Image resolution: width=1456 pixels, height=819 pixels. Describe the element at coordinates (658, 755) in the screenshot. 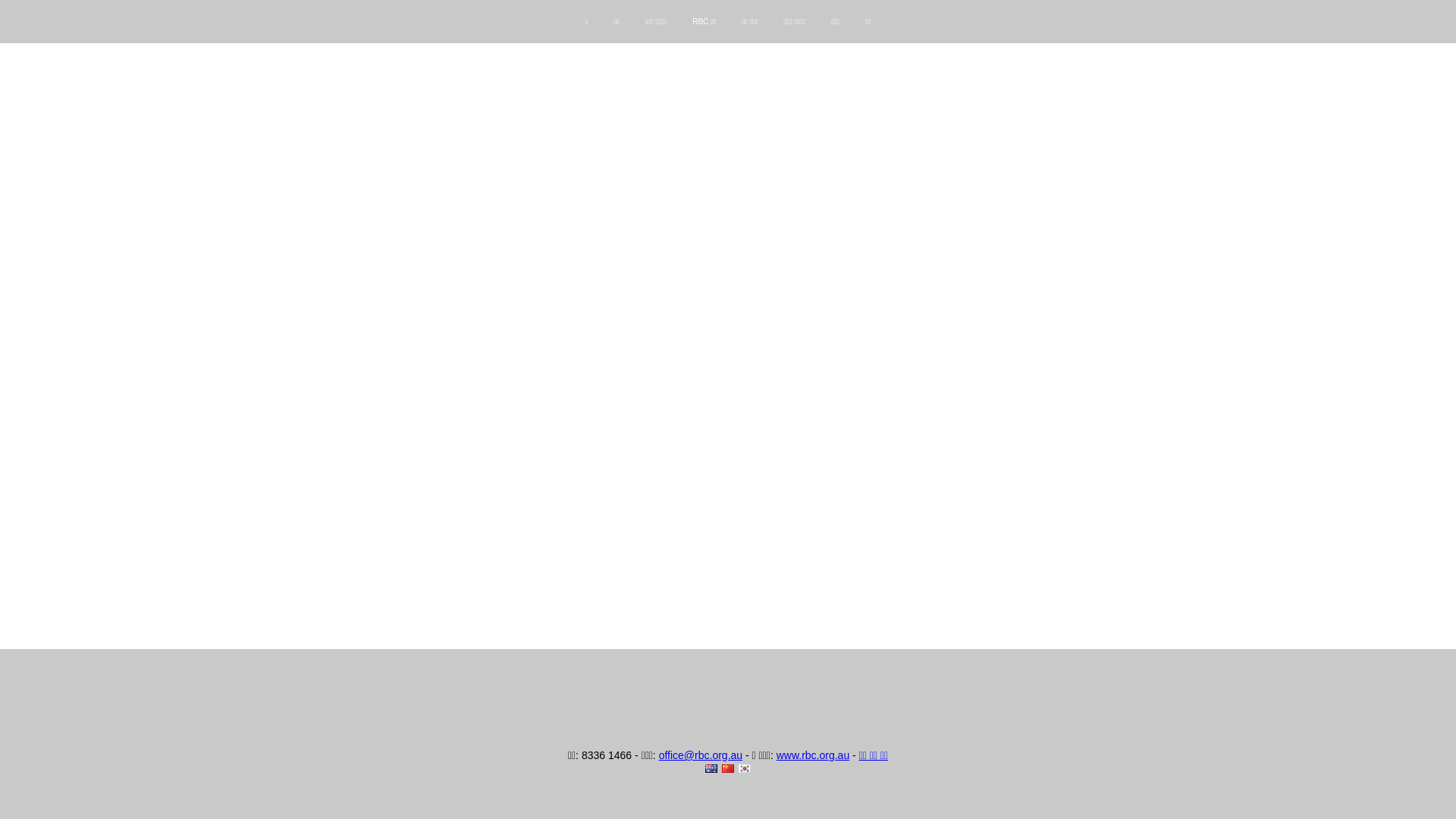

I see `'office@rbc.org.au'` at that location.